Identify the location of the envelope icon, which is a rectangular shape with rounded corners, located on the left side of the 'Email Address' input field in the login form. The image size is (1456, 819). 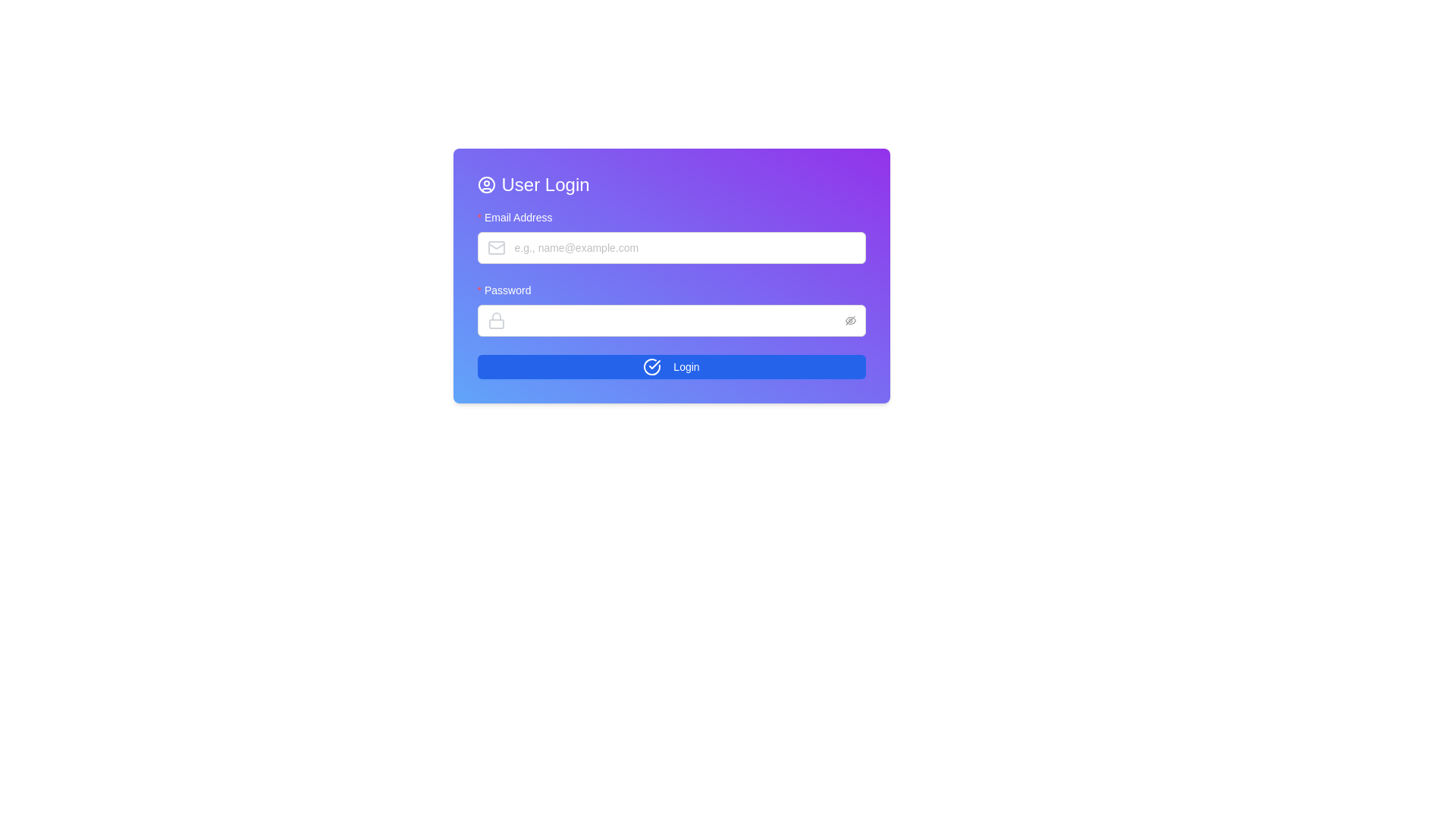
(496, 247).